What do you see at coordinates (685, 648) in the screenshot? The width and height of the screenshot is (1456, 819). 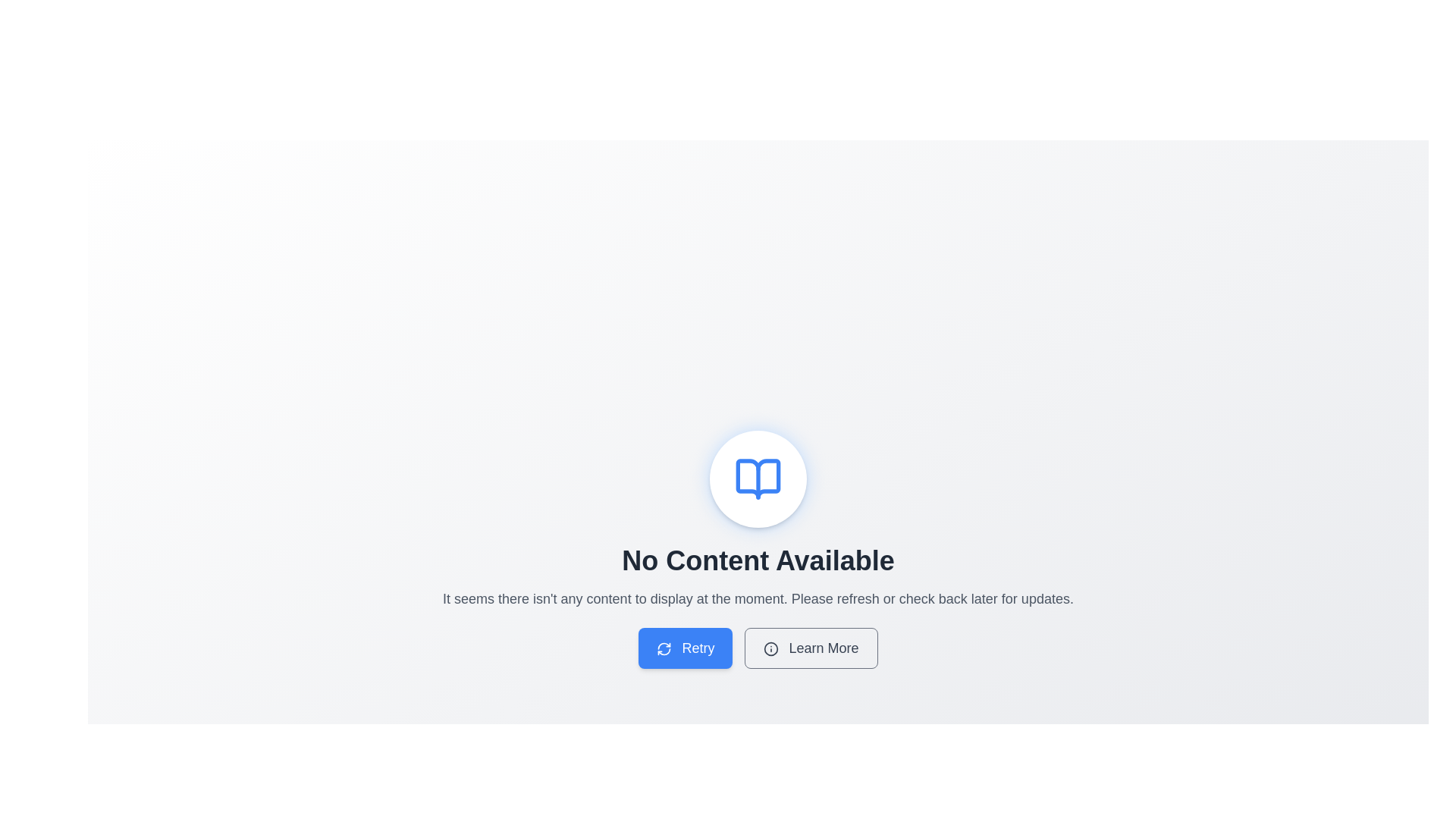 I see `keyboard navigation` at bounding box center [685, 648].